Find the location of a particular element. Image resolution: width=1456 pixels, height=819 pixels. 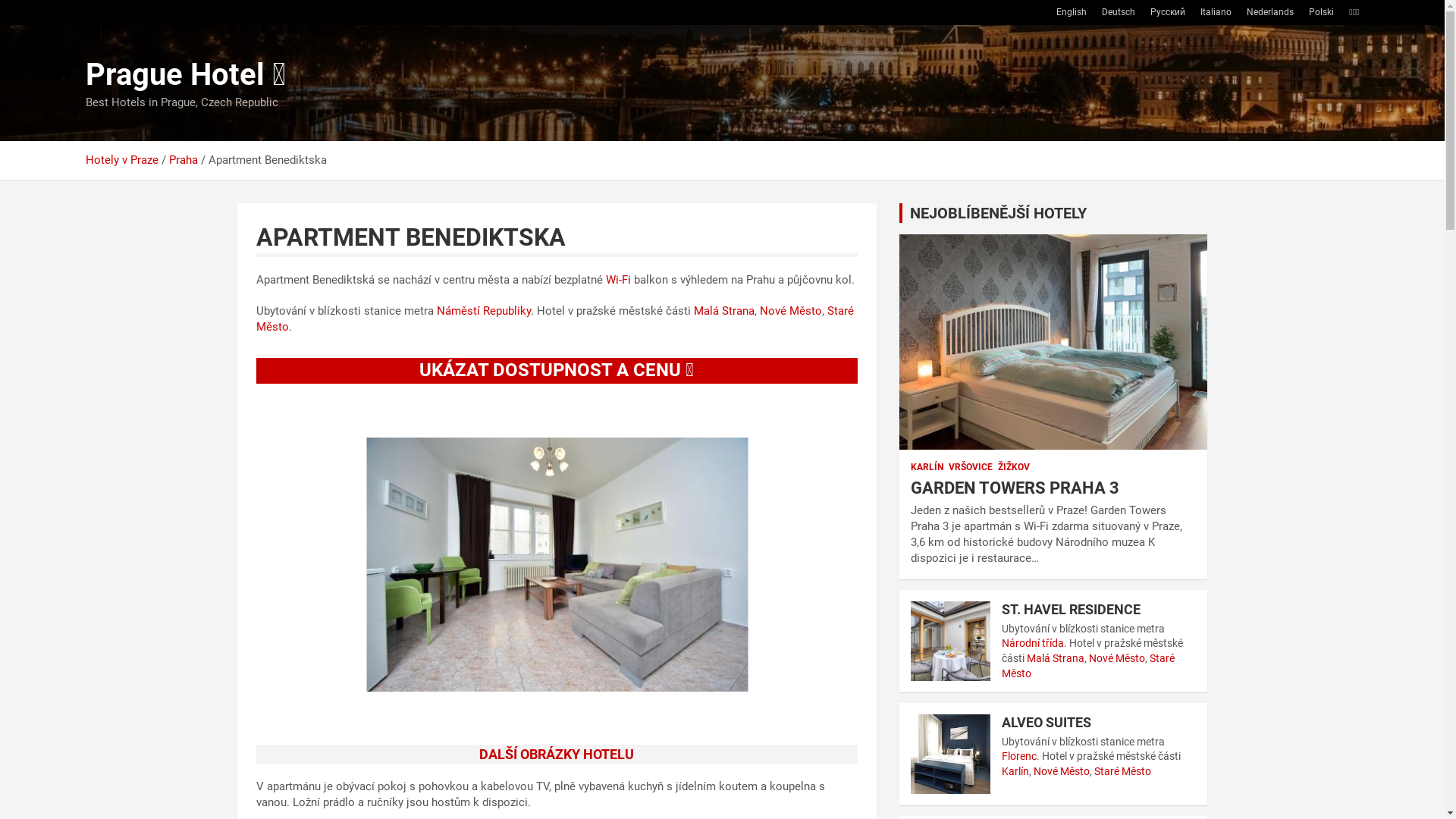

'Wi-Fi' is located at coordinates (617, 280).